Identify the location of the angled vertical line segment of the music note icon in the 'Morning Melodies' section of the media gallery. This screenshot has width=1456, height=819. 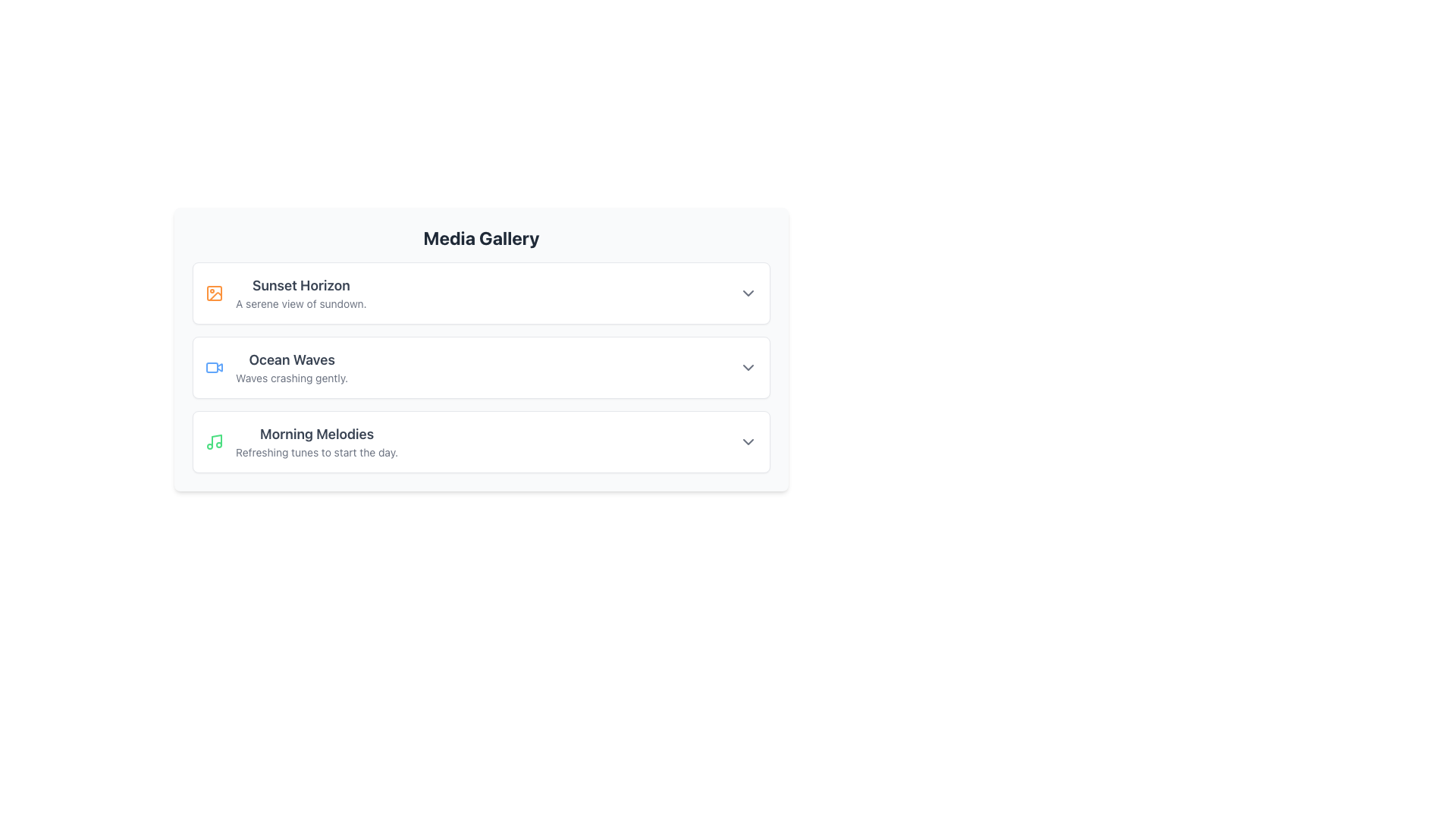
(216, 441).